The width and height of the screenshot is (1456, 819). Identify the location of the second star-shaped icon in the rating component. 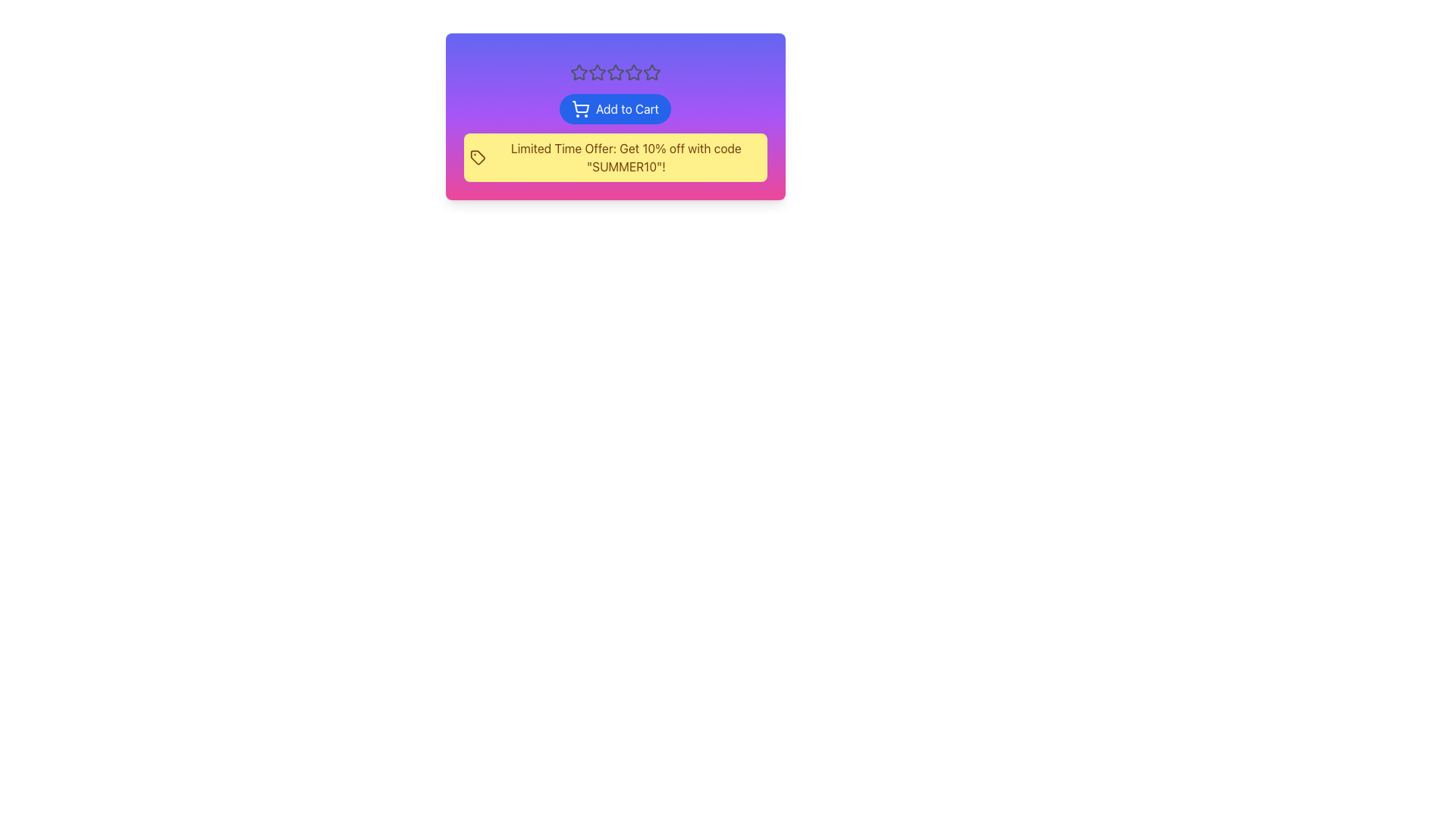
(615, 72).